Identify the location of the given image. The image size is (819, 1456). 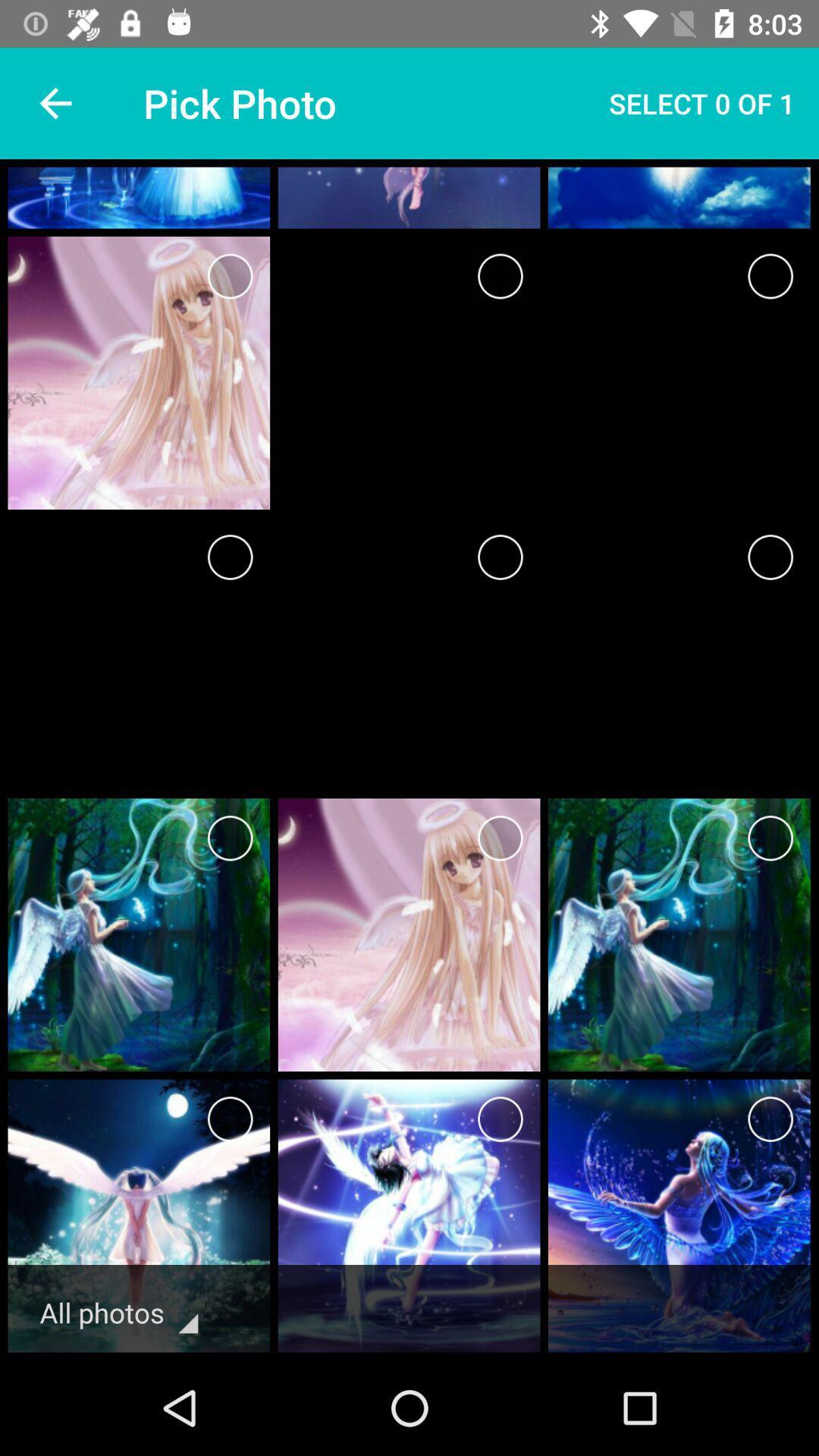
(770, 1119).